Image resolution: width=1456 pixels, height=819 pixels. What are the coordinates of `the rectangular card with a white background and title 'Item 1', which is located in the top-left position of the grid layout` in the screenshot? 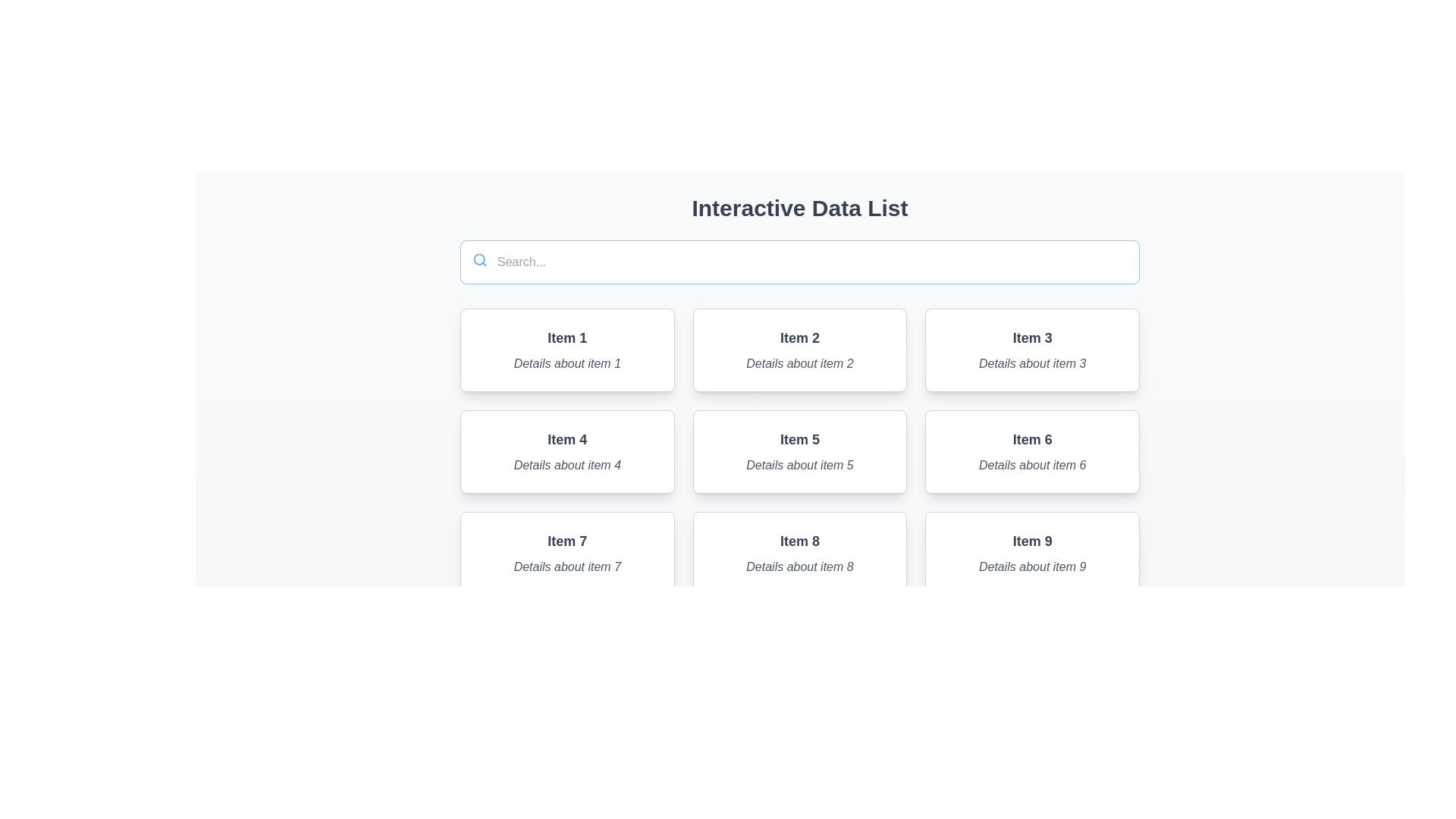 It's located at (566, 350).